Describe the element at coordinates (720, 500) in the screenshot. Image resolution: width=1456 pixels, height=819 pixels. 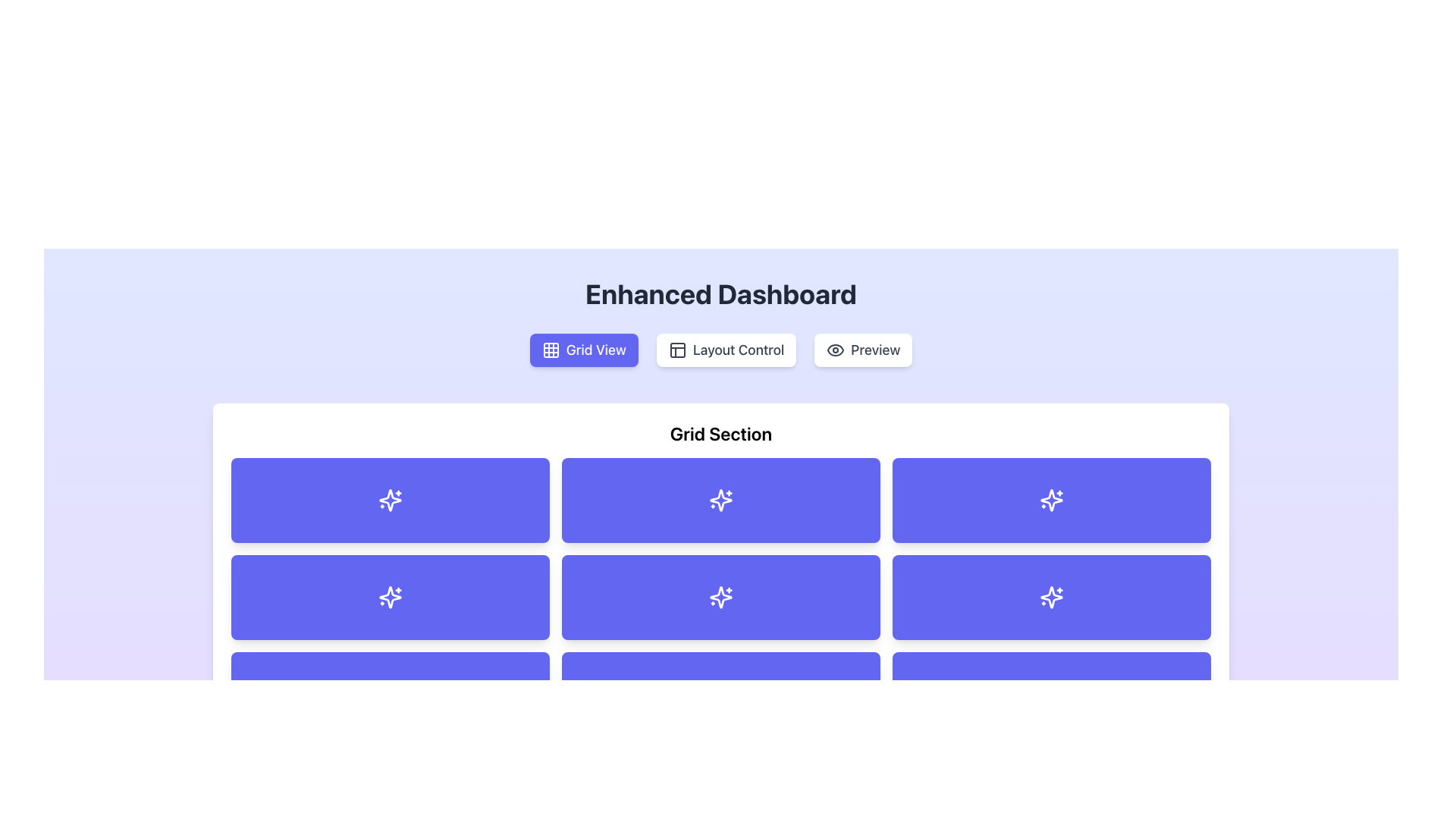
I see `the grid cell with a purple background and a white sparkle icon, located in the second column of the first row of the grid` at that location.